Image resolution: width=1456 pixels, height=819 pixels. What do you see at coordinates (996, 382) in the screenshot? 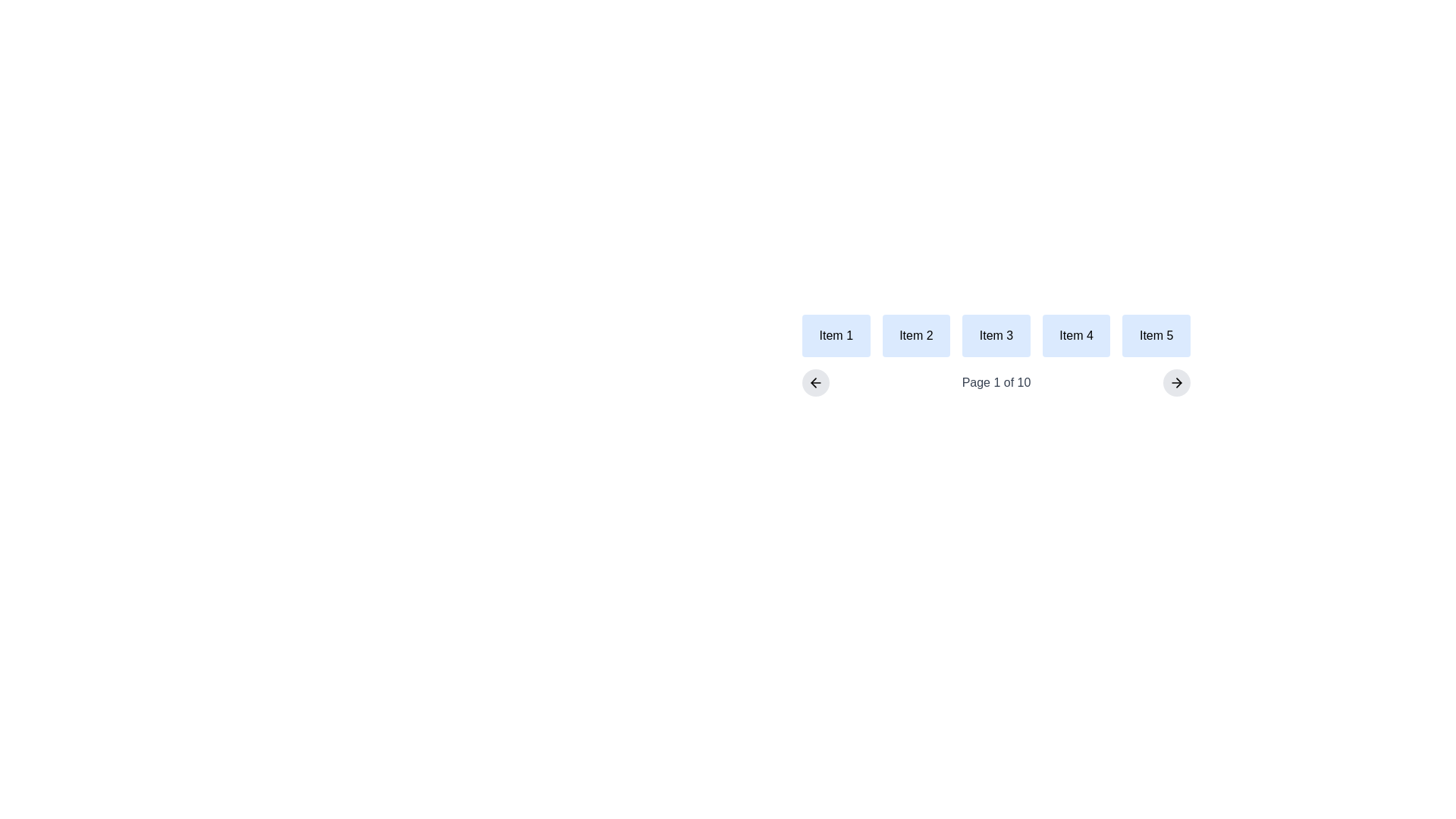
I see `the text label displaying the current page number and total pages within the pagination control section at the bottom of the grid layout` at bounding box center [996, 382].